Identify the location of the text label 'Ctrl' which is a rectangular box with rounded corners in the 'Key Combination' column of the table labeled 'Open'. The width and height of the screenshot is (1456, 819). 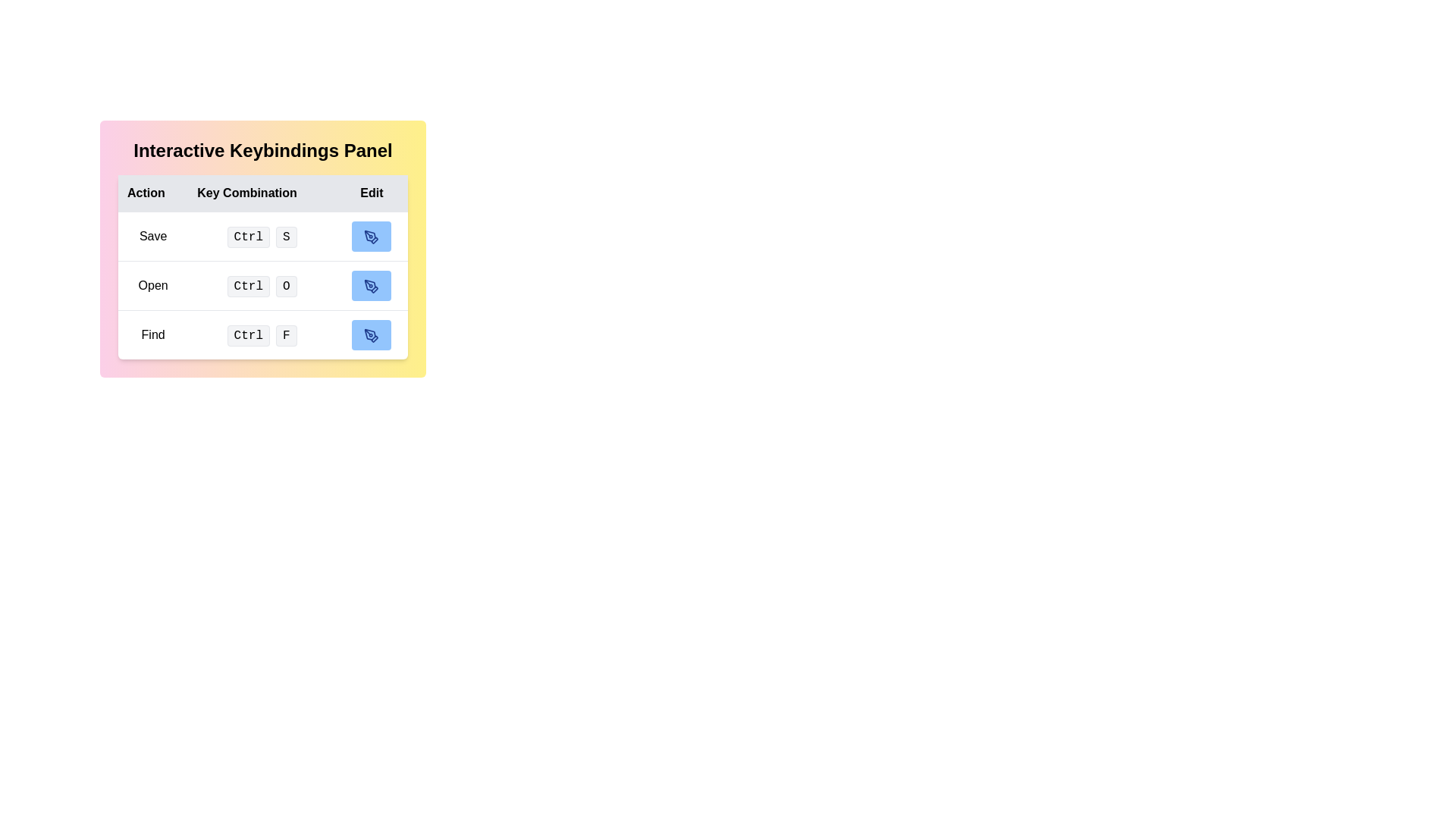
(248, 286).